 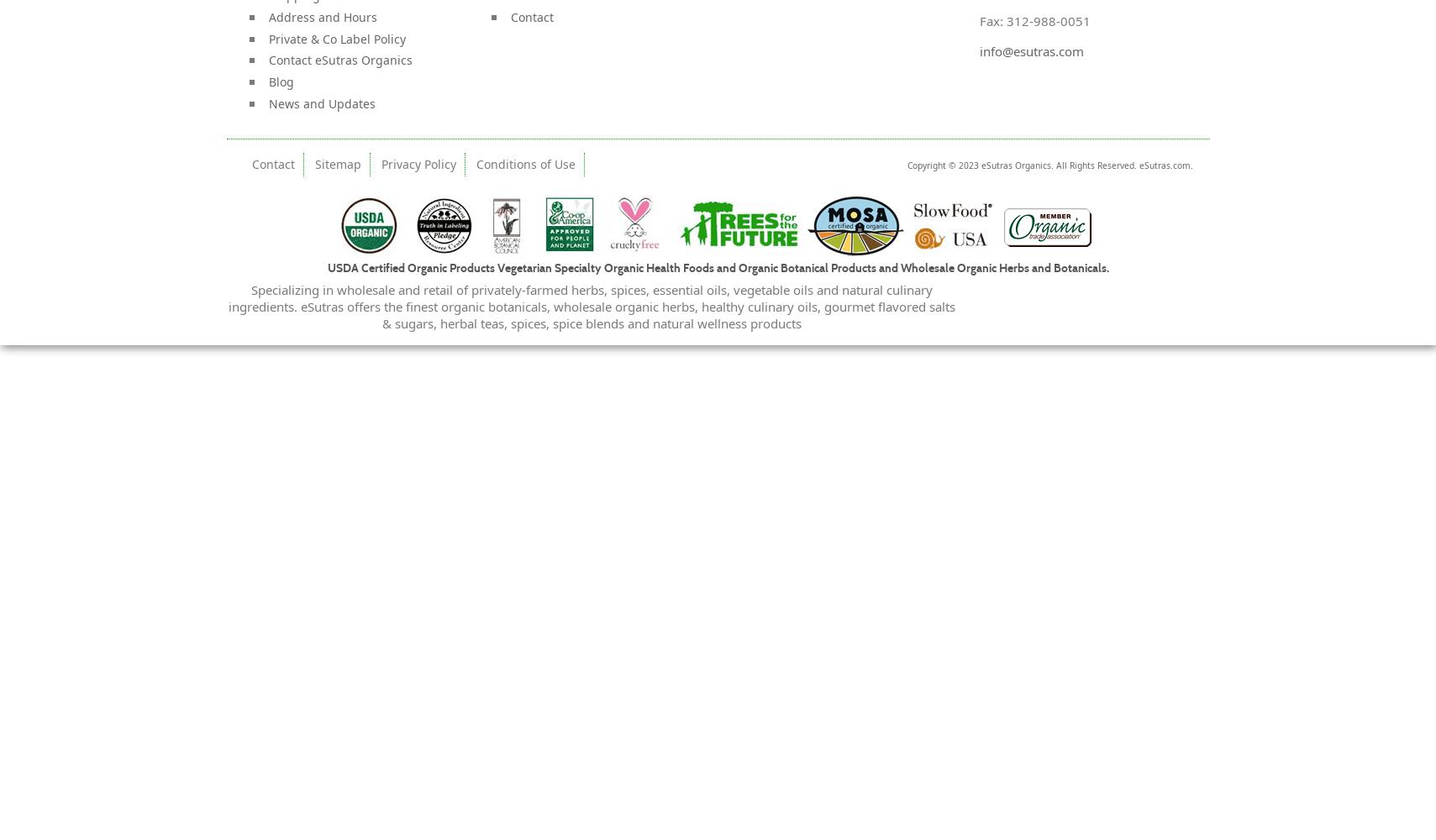 What do you see at coordinates (321, 16) in the screenshot?
I see `'Address and Hours'` at bounding box center [321, 16].